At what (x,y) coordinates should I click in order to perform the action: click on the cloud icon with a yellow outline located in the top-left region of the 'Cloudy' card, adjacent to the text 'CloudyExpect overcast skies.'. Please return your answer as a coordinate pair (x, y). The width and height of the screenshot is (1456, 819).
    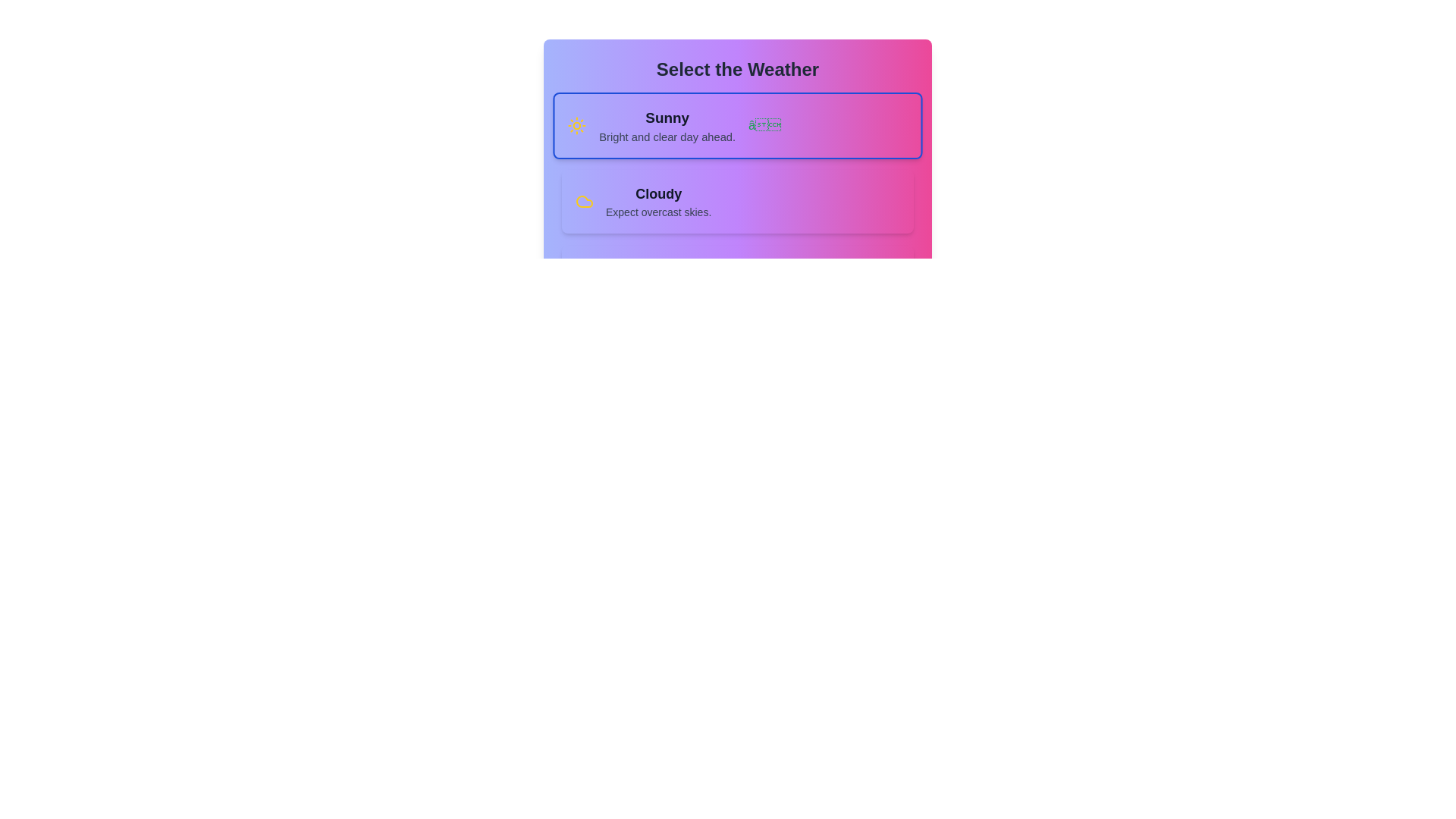
    Looking at the image, I should click on (584, 201).